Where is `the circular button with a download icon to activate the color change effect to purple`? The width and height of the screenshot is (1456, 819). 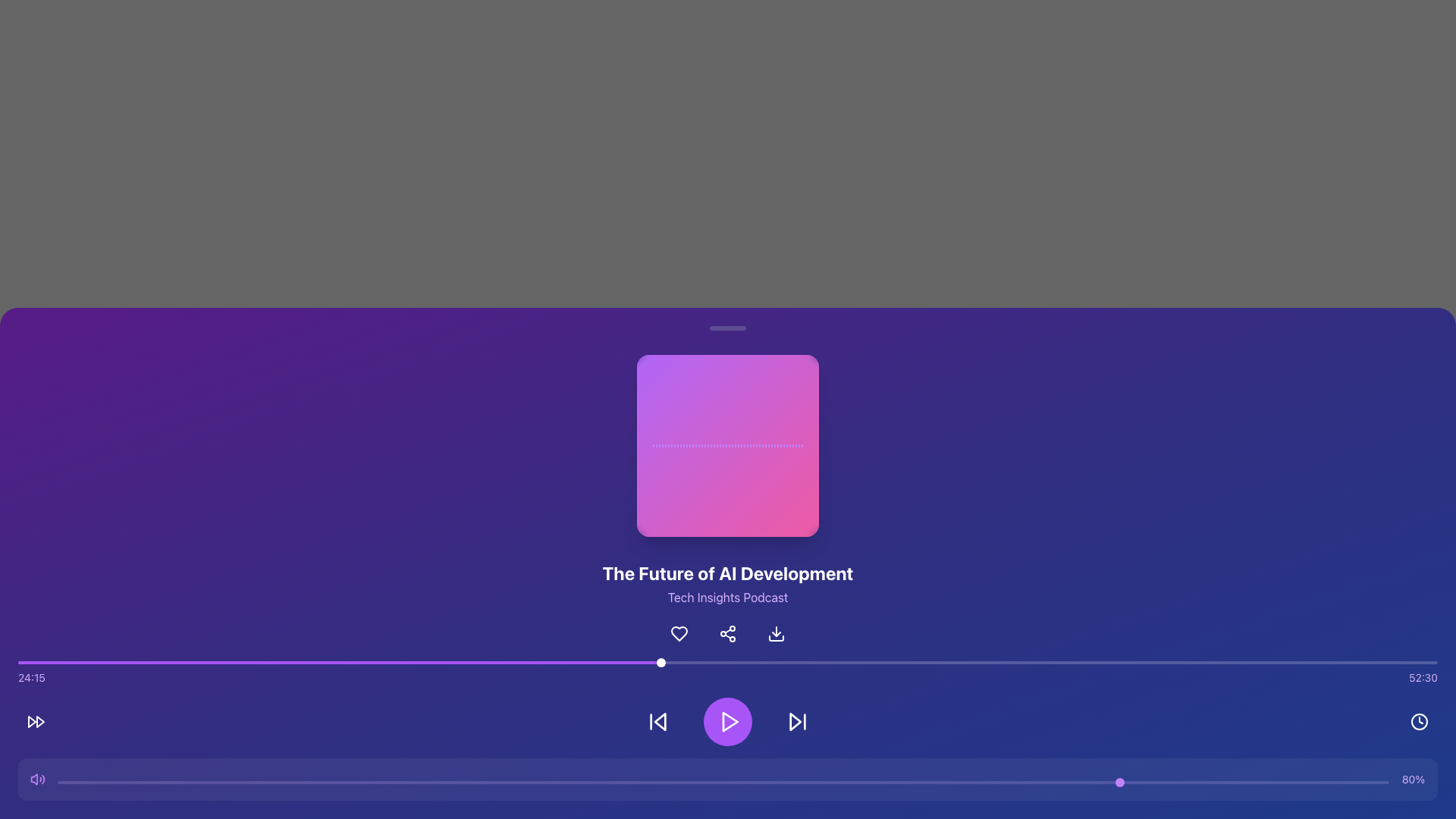 the circular button with a download icon to activate the color change effect to purple is located at coordinates (776, 634).